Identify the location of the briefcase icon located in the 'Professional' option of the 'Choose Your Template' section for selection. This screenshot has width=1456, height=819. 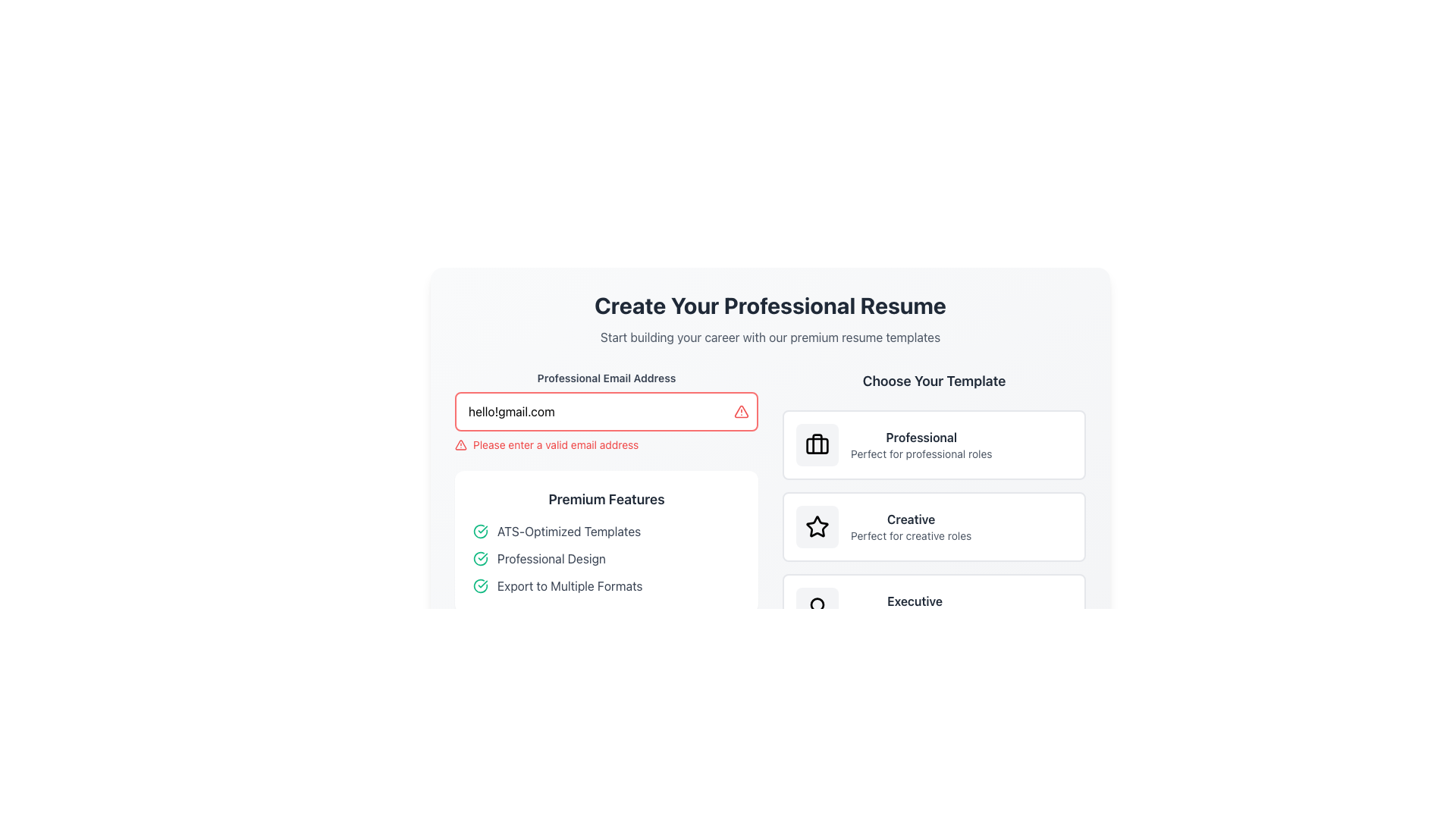
(817, 444).